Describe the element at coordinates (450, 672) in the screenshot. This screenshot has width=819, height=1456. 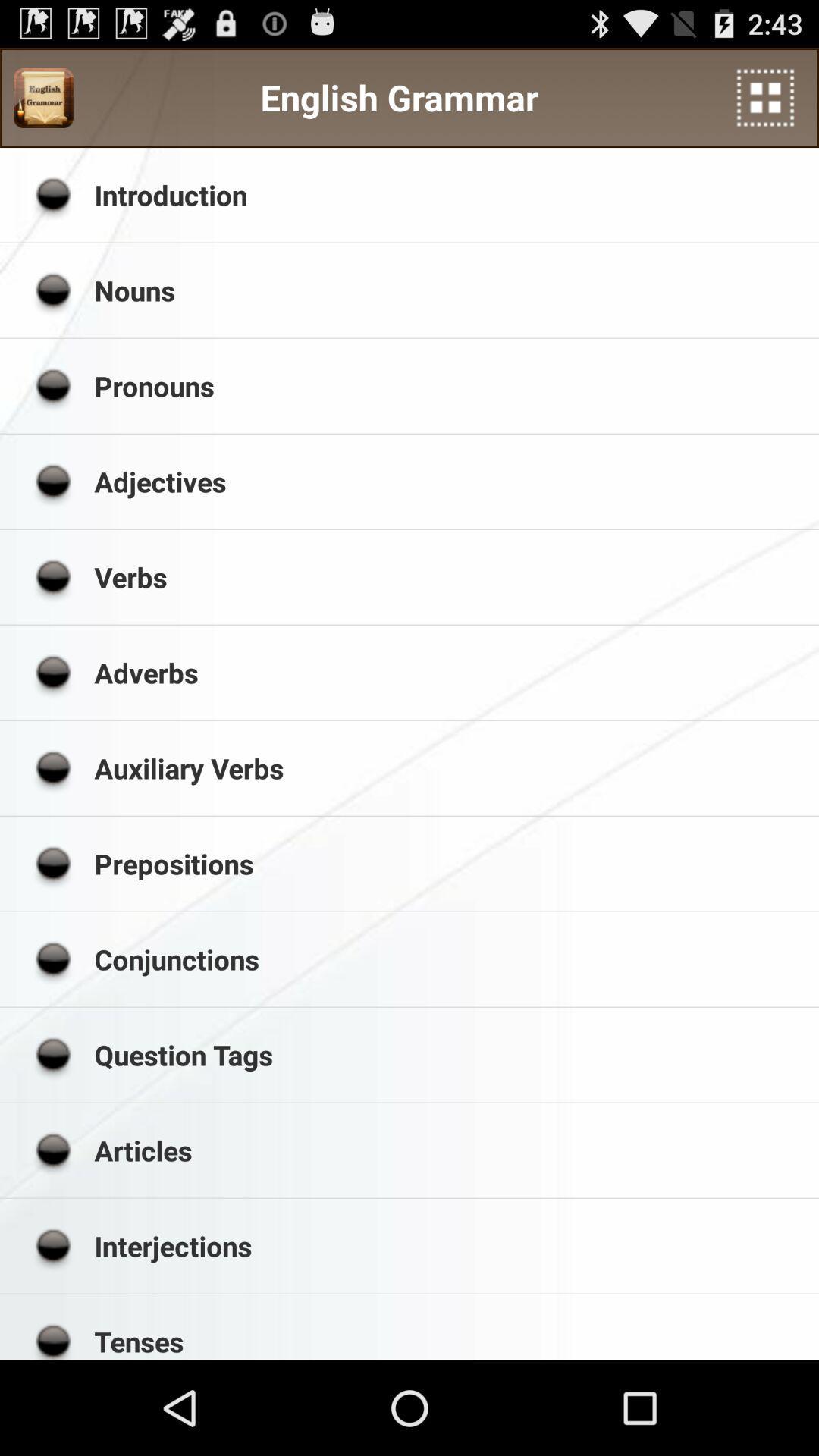
I see `the item above the auxiliary verbs icon` at that location.